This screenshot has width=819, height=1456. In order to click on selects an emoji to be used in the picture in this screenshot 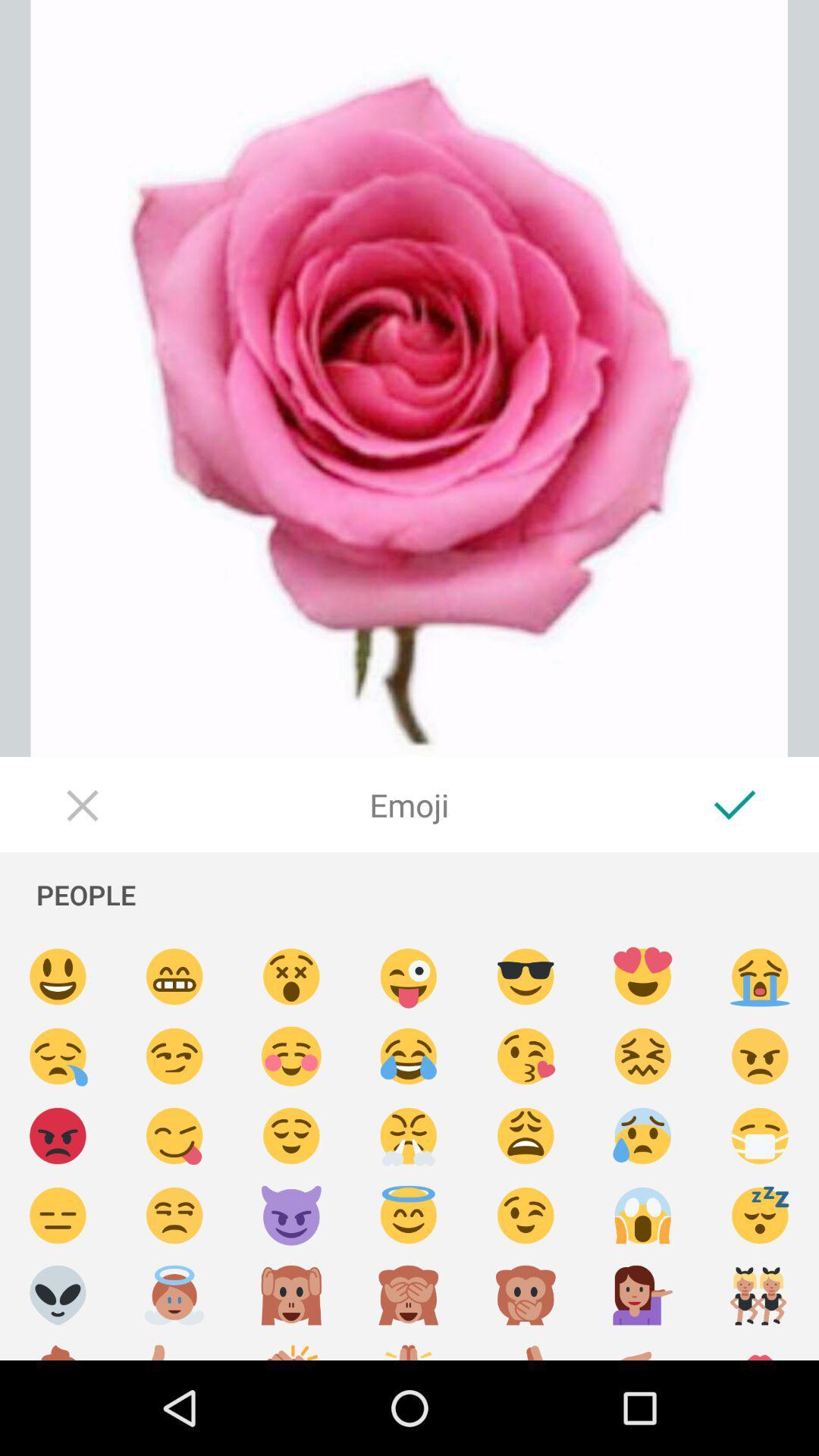, I will do `click(291, 1216)`.